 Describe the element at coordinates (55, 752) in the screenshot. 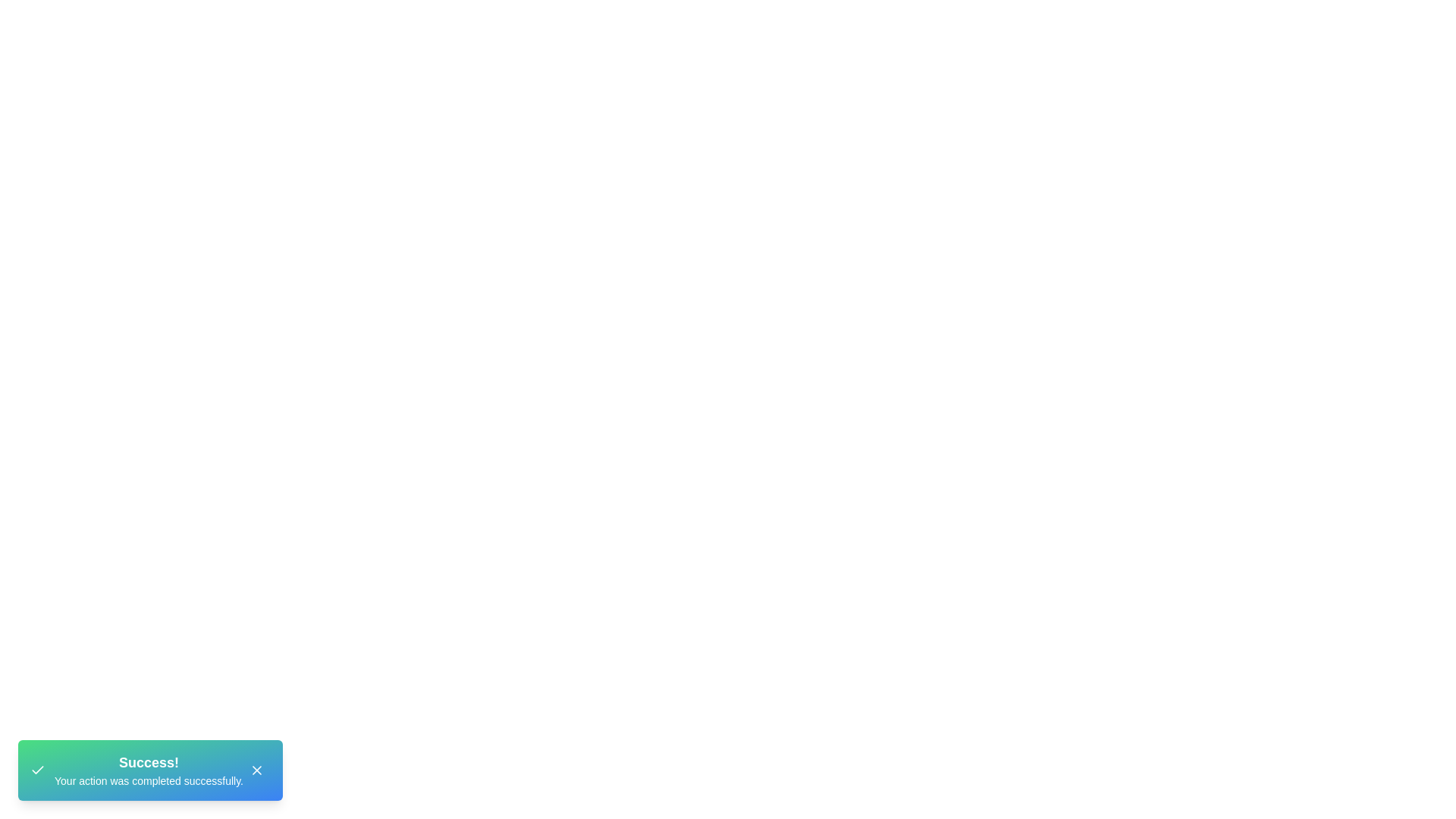

I see `the text 'Success! Your action was completed successfully.' displayed in the StylishSnackbar component` at that location.